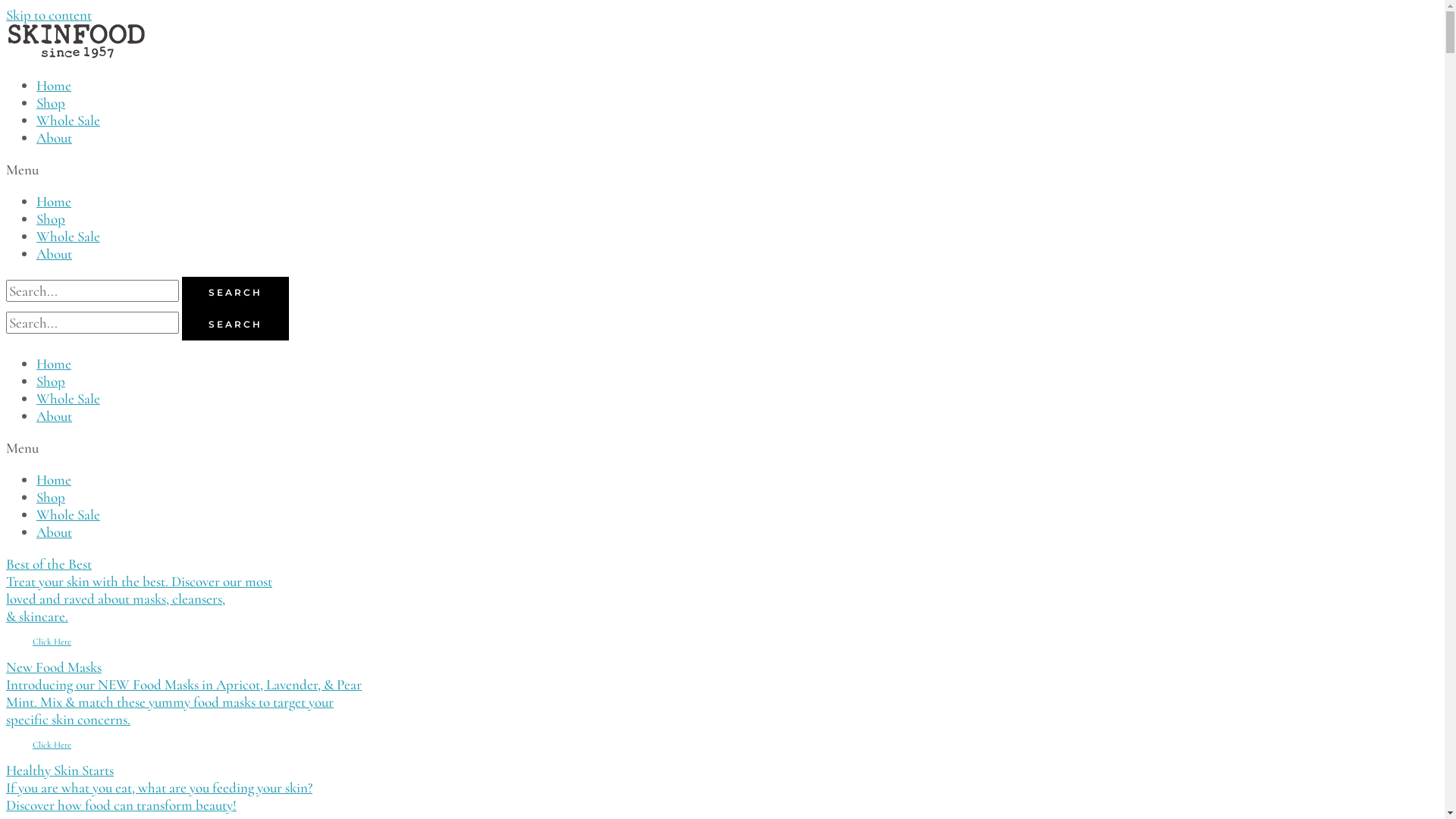 The image size is (1456, 819). I want to click on 'About', so click(54, 253).